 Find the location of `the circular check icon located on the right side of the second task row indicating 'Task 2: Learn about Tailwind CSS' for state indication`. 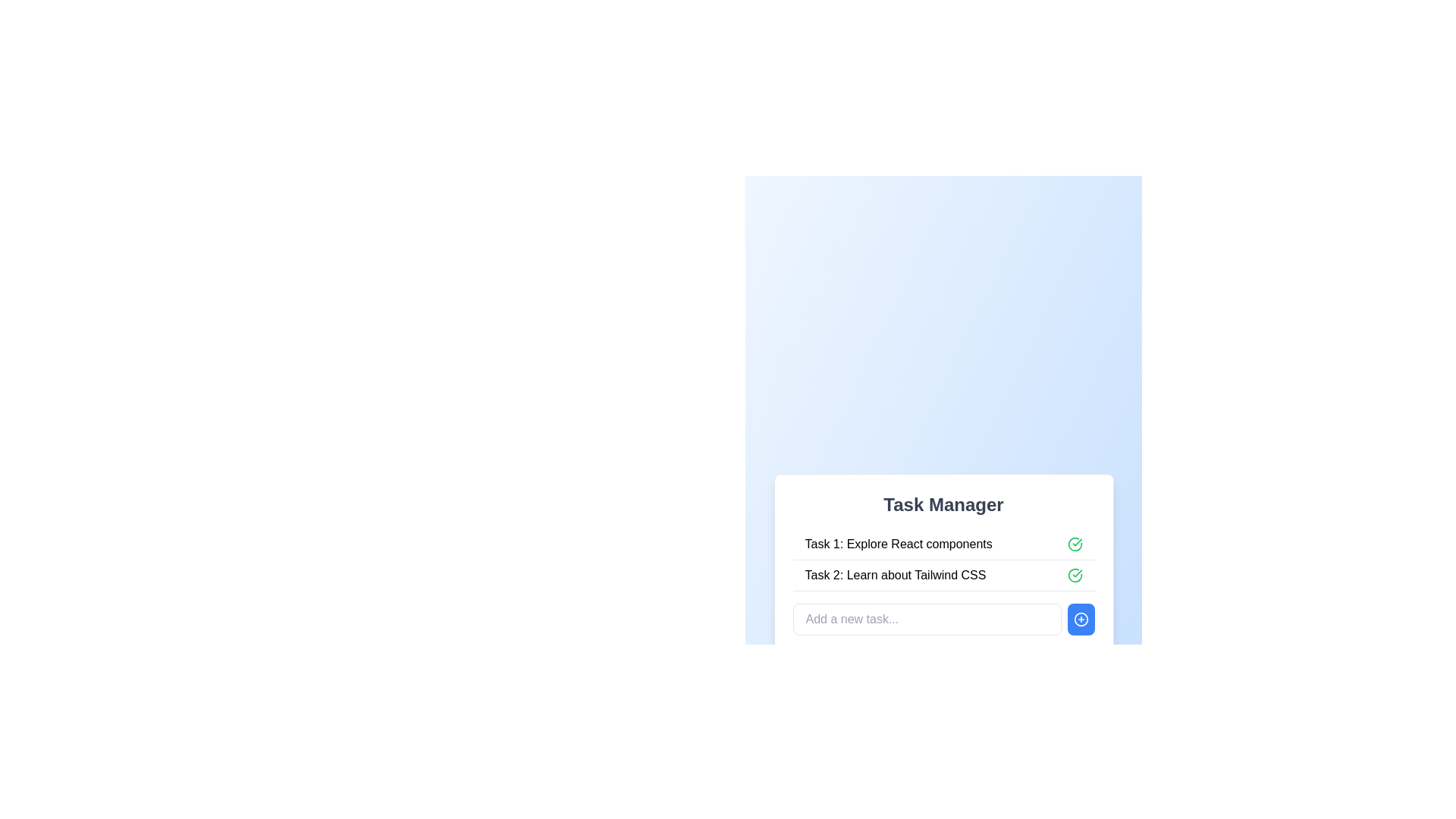

the circular check icon located on the right side of the second task row indicating 'Task 2: Learn about Tailwind CSS' for state indication is located at coordinates (1074, 576).